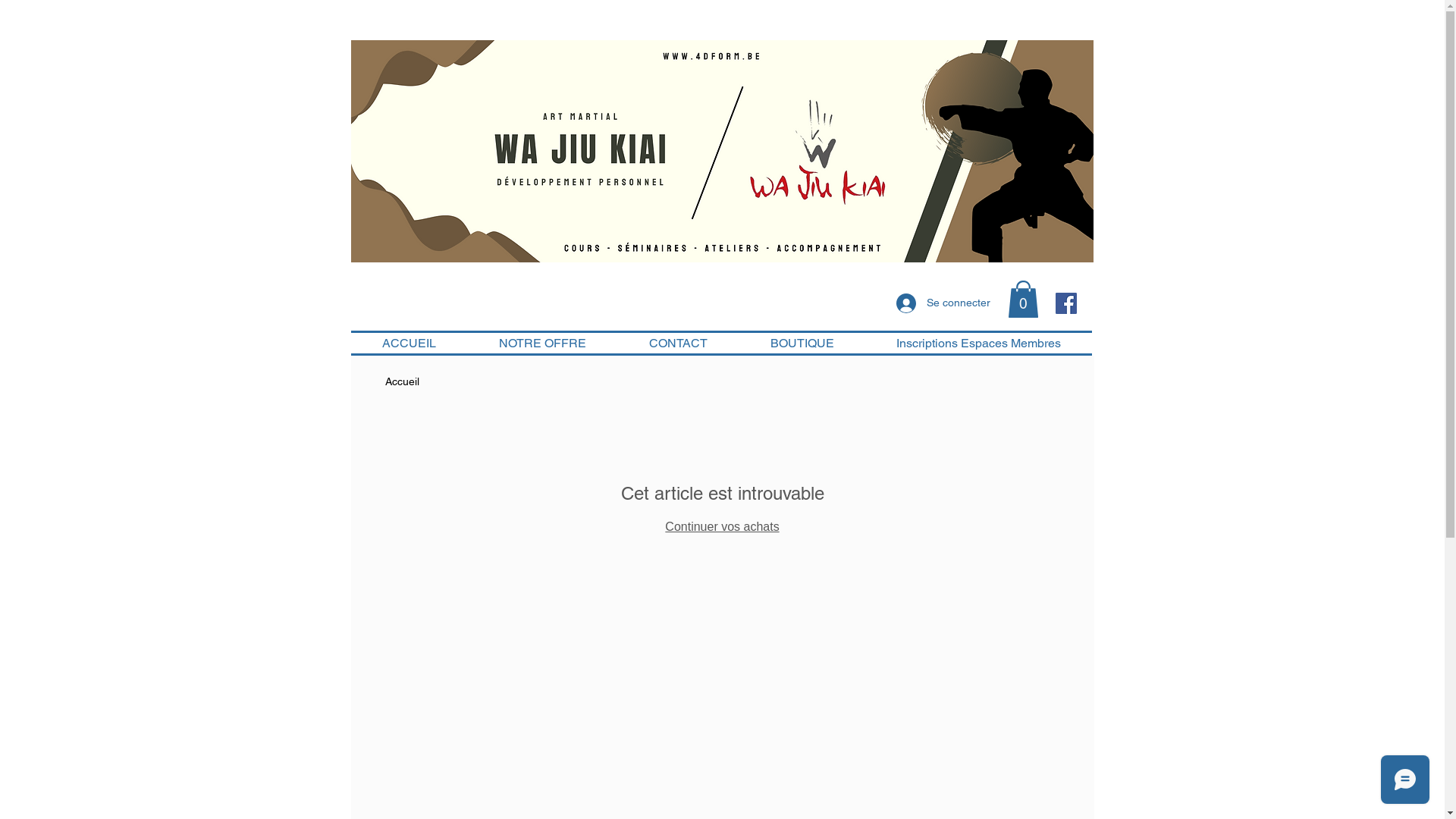  I want to click on 'NOTRE OFFRE', so click(542, 343).